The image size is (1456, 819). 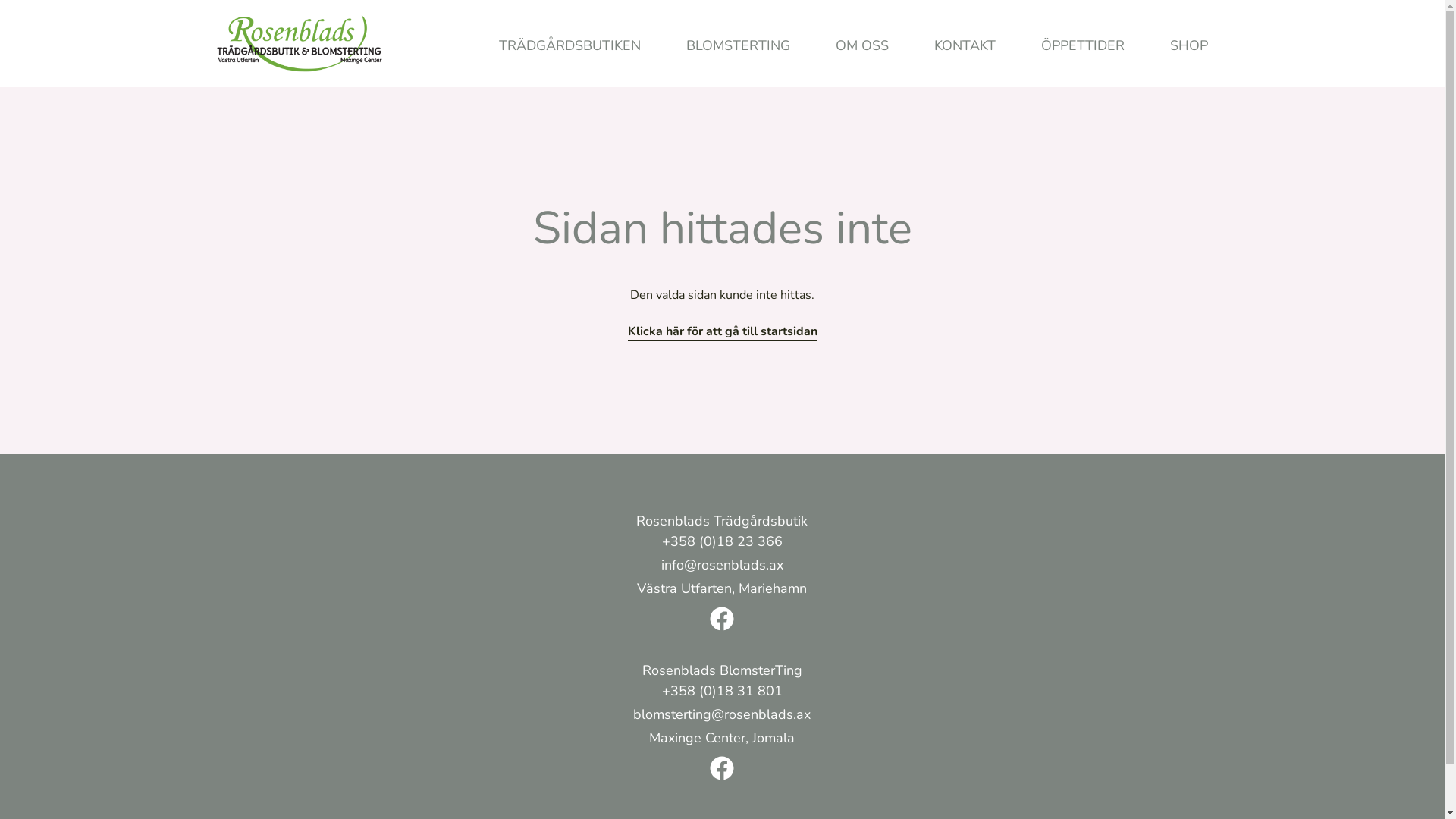 I want to click on 'KONTAKT', so click(x=964, y=45).